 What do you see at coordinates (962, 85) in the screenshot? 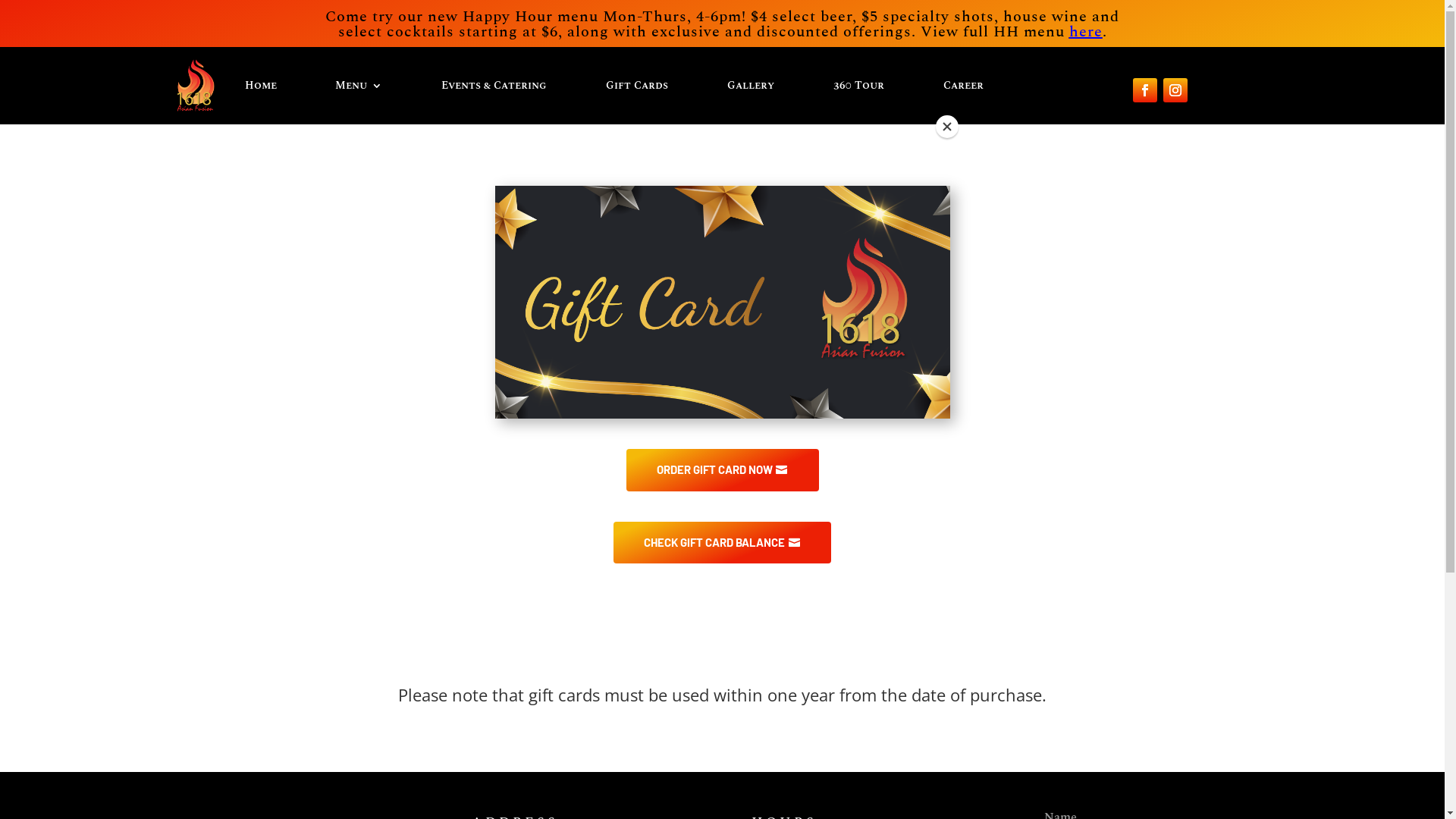
I see `'Career'` at bounding box center [962, 85].